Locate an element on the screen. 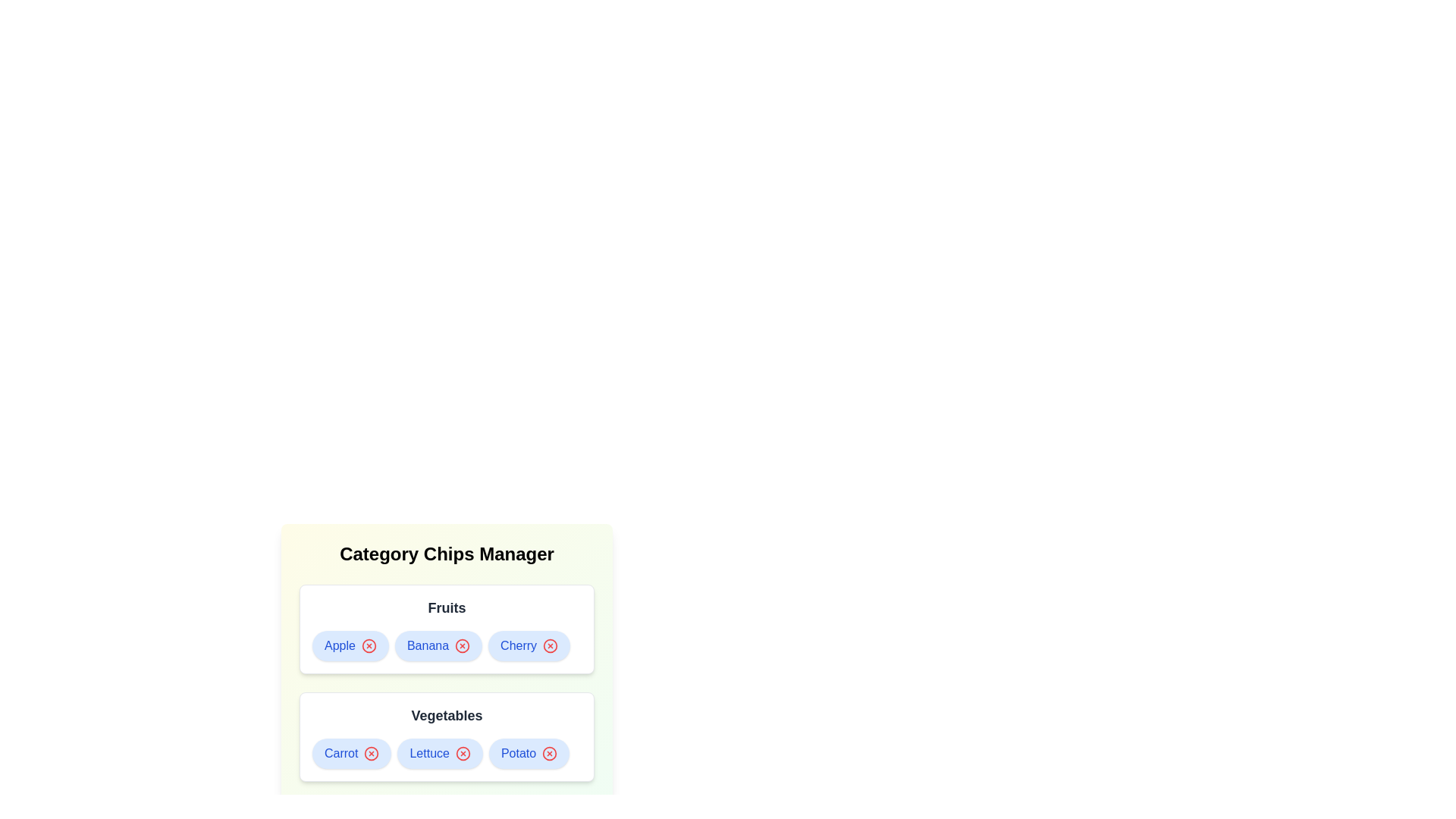 Image resolution: width=1456 pixels, height=819 pixels. remove button for the chip labeled Carrot is located at coordinates (372, 754).